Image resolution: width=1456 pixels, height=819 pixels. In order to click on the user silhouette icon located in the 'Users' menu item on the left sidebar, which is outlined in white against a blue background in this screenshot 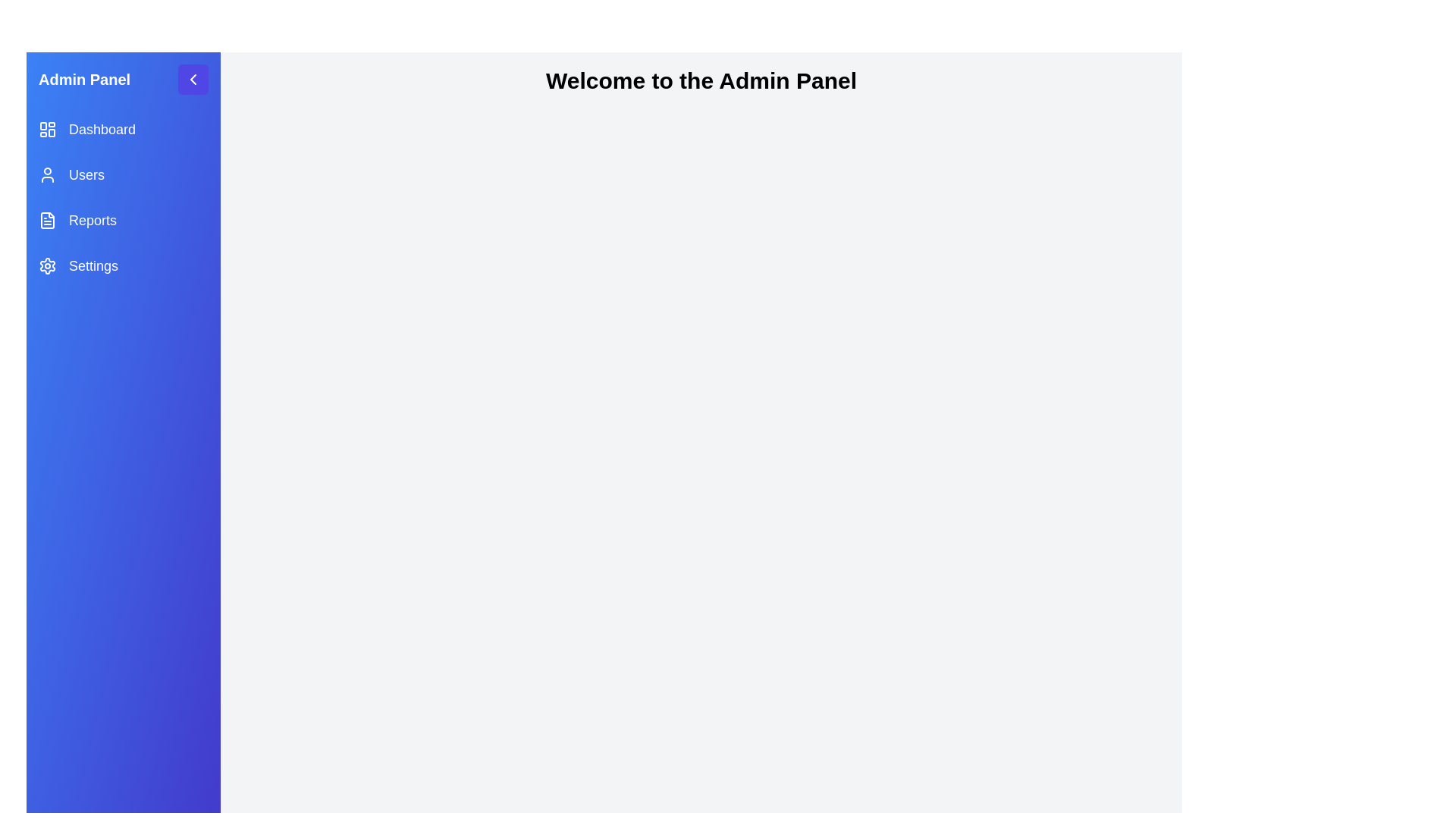, I will do `click(47, 174)`.